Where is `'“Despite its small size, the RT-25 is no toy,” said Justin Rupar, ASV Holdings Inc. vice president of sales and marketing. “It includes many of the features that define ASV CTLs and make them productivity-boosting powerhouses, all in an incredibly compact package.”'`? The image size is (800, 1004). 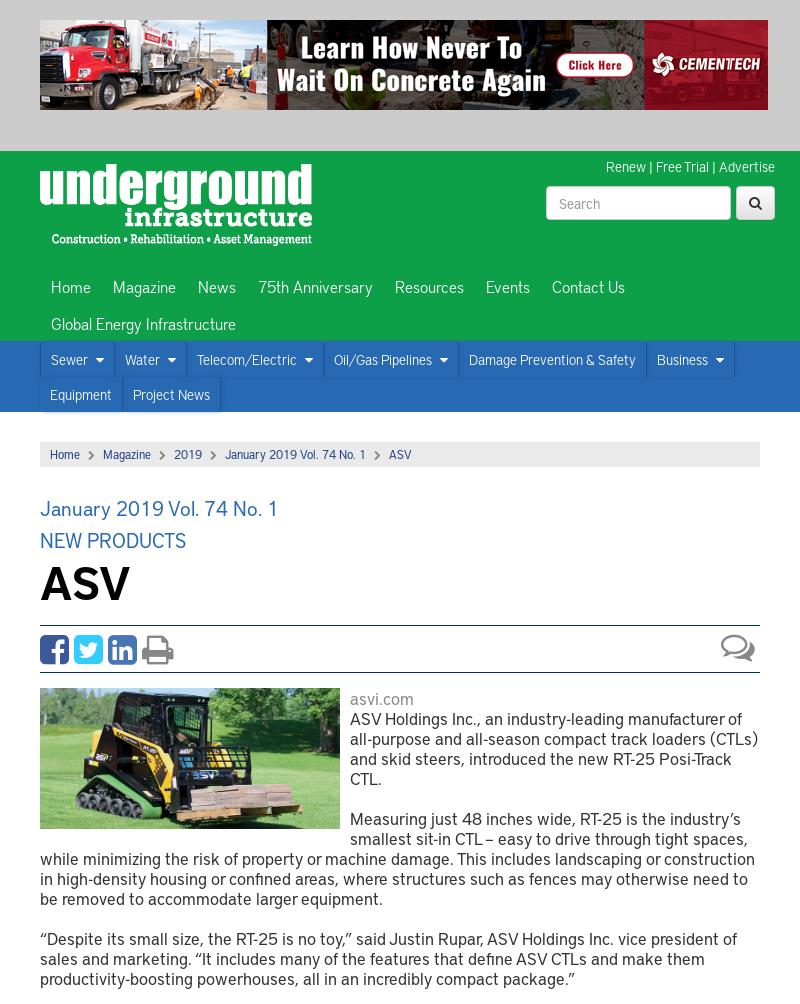 '“Despite its small size, the RT-25 is no toy,” said Justin Rupar, ASV Holdings Inc. vice president of sales and marketing. “It includes many of the features that define ASV CTLs and make them productivity-boosting powerhouses, all in an incredibly compact package.”' is located at coordinates (387, 957).